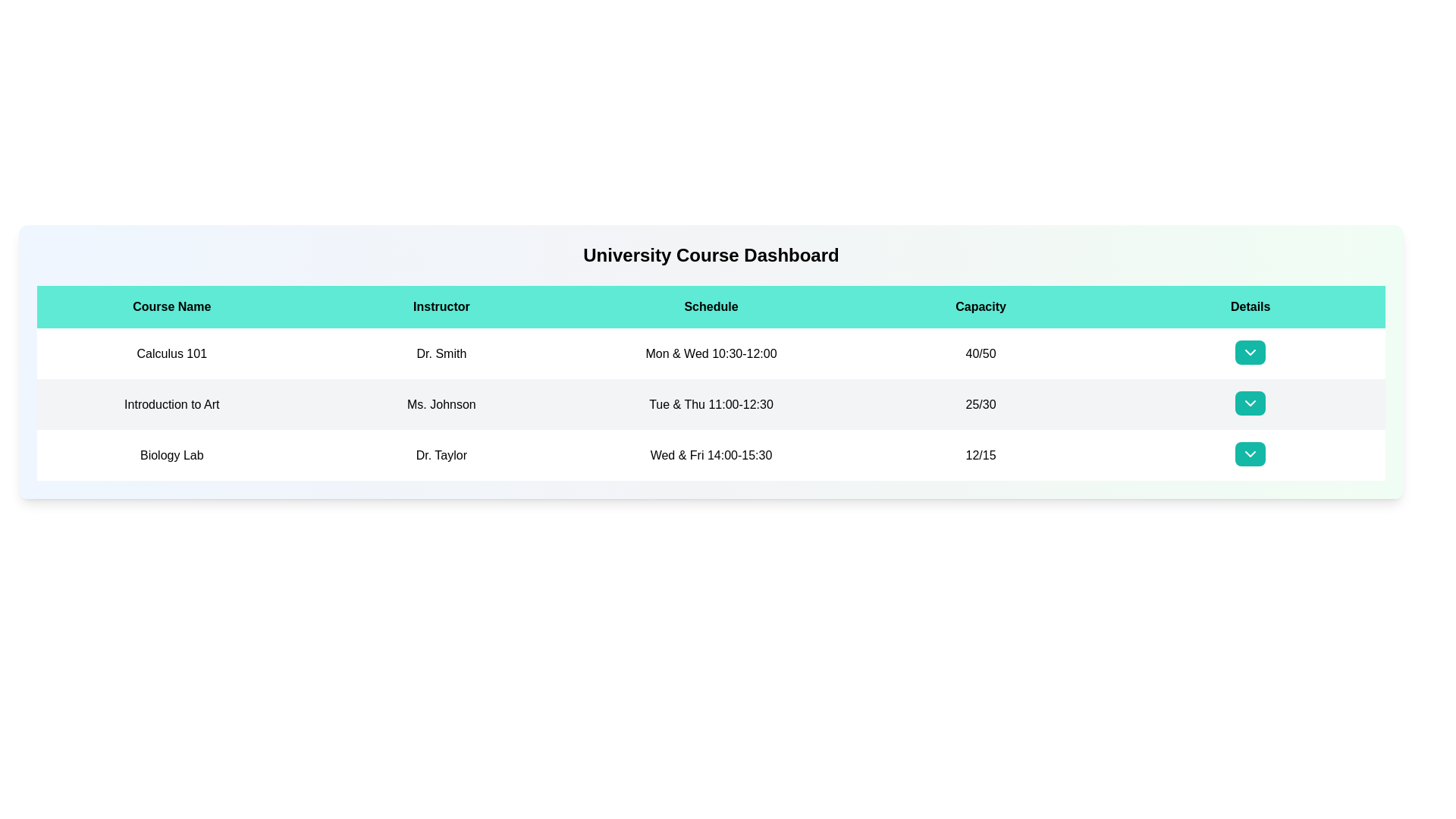 Image resolution: width=1456 pixels, height=819 pixels. I want to click on fifth header cell of the table, which indicates the purpose of the last column for providing additional details about the rows, so click(1250, 307).